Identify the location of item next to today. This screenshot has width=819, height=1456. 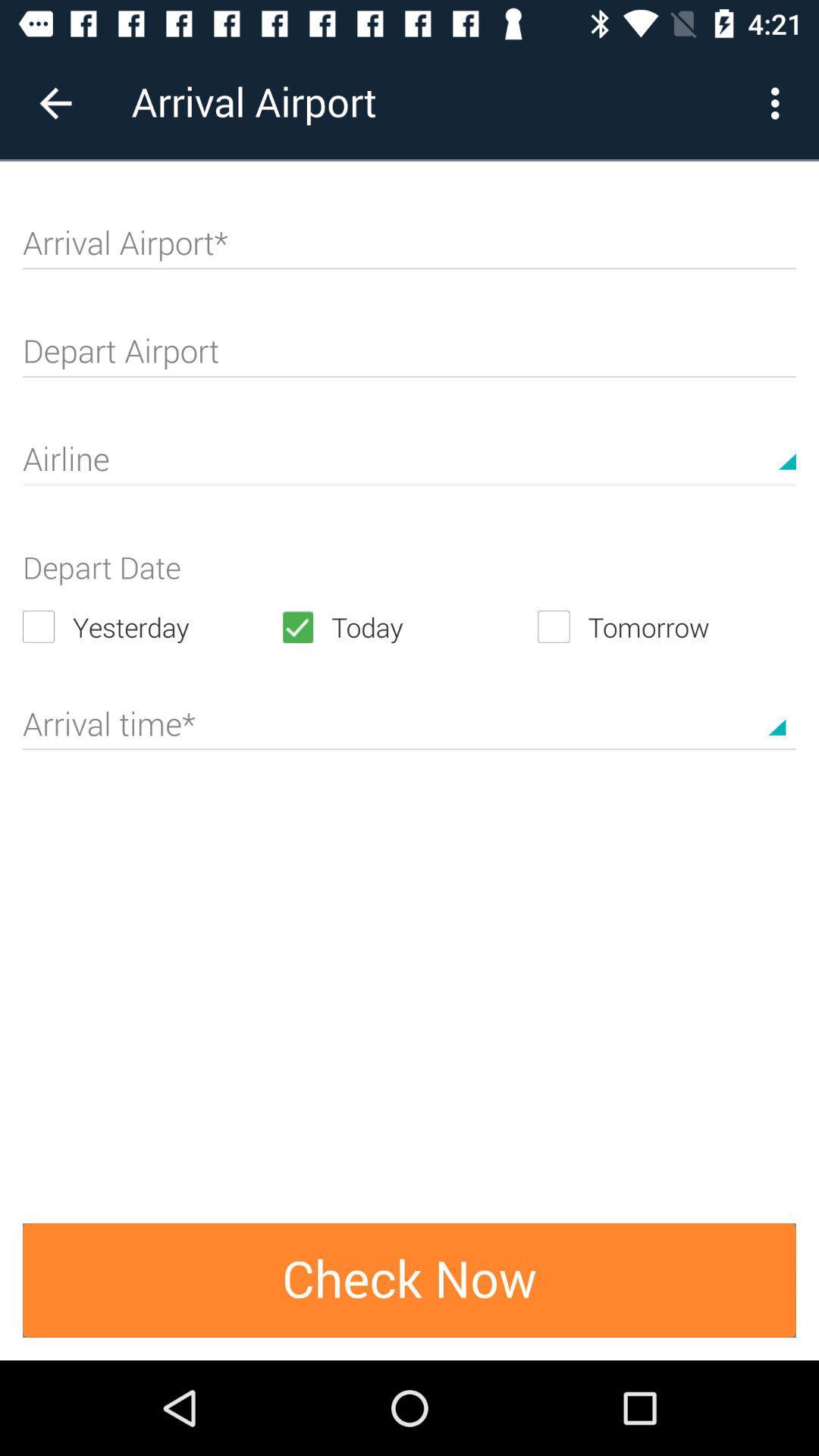
(151, 626).